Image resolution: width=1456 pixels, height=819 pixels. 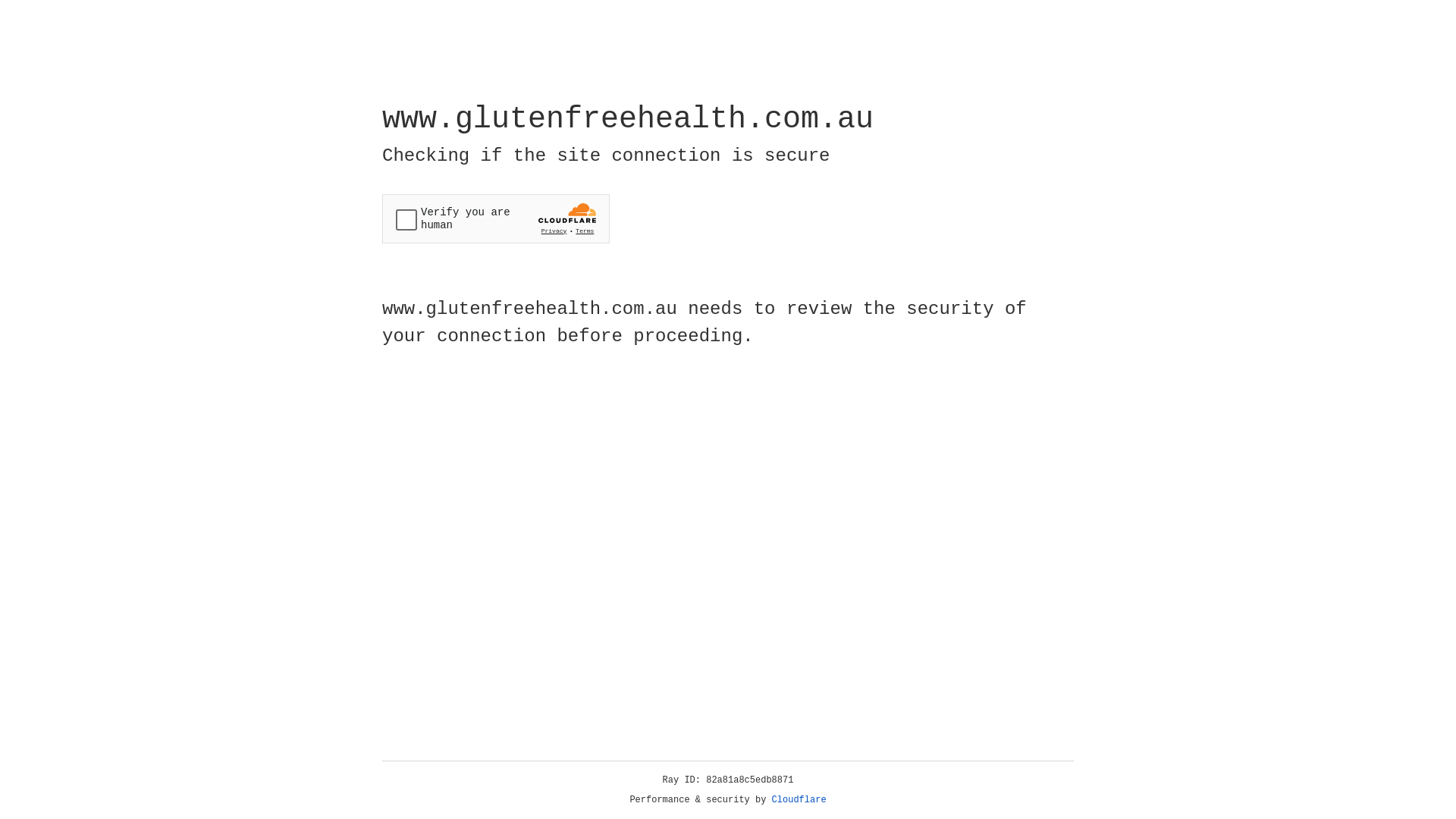 I want to click on 'Cloudflare', so click(x=799, y=799).